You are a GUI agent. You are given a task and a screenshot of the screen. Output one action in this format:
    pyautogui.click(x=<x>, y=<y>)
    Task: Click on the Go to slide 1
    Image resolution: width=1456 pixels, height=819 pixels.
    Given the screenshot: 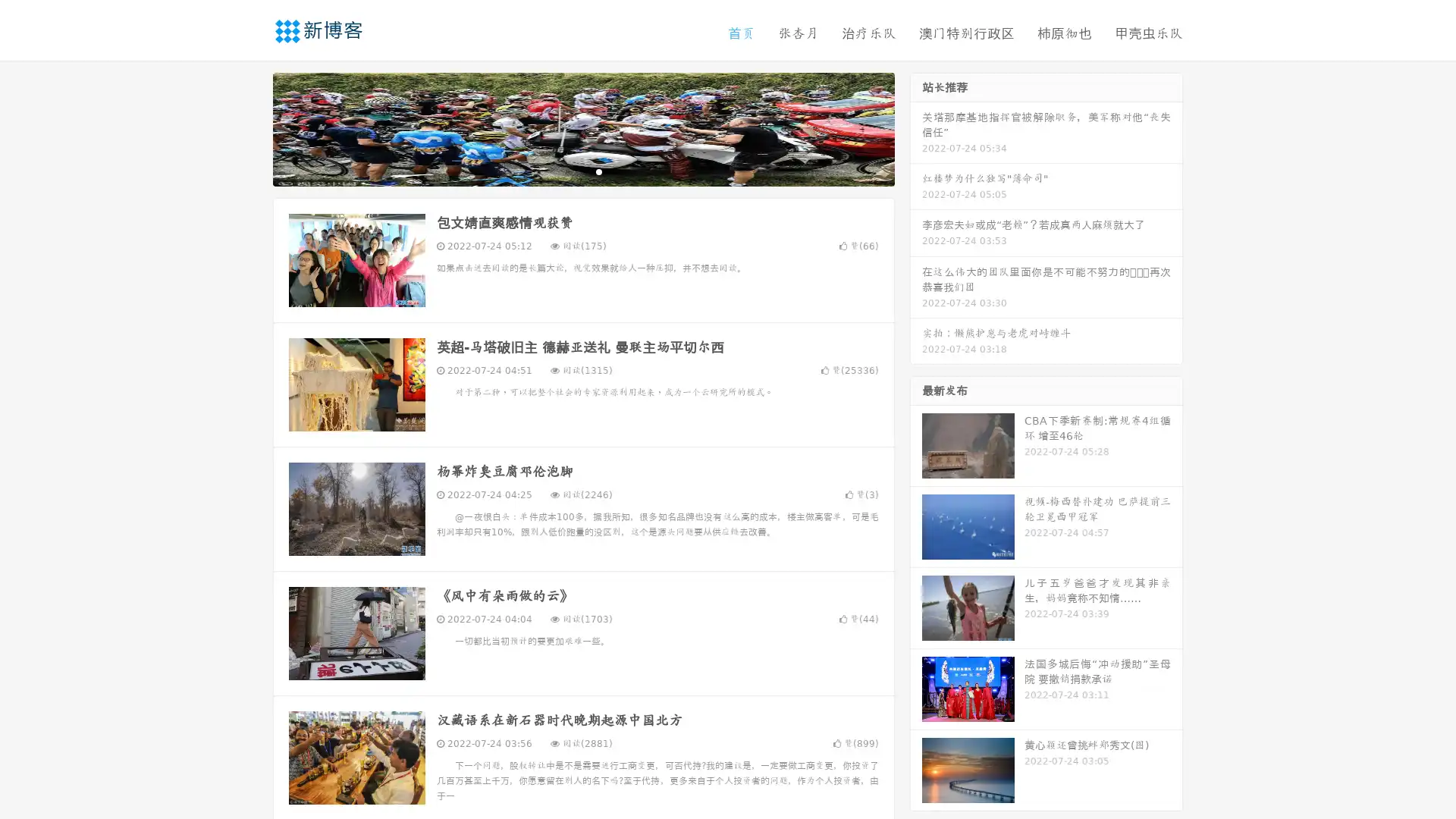 What is the action you would take?
    pyautogui.click(x=567, y=171)
    